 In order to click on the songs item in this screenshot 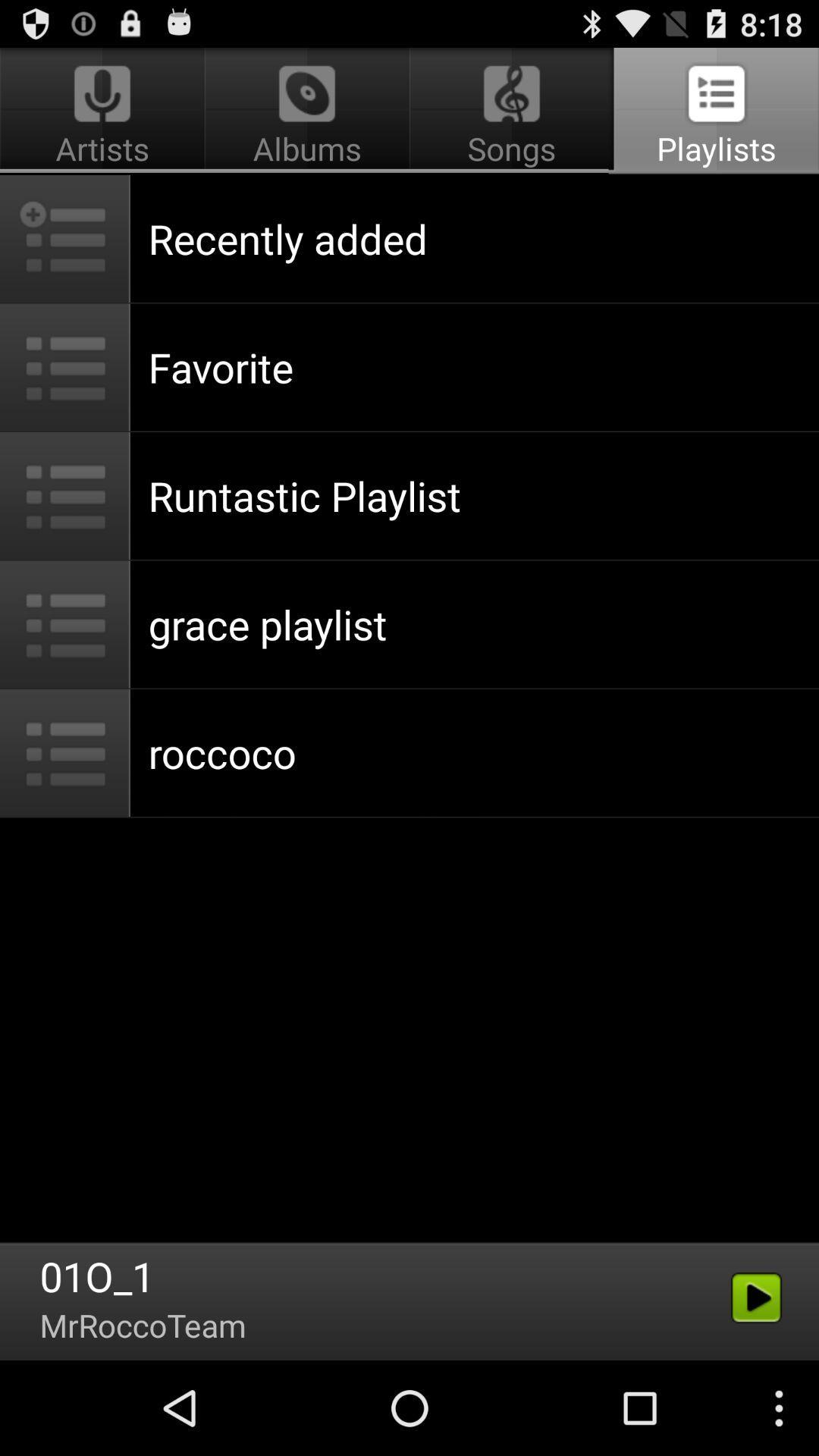, I will do `click(512, 111)`.